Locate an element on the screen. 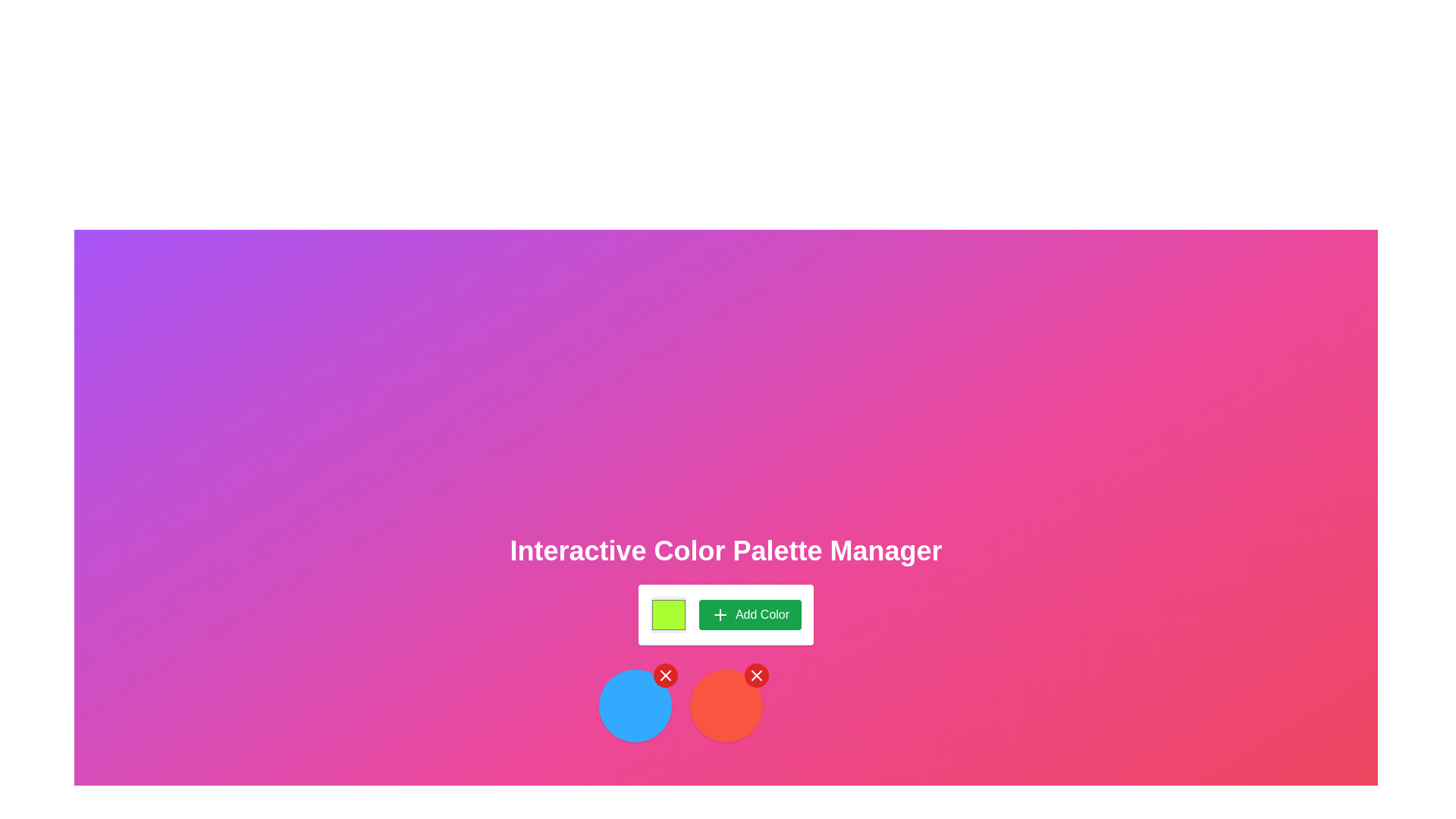 This screenshot has width=1456, height=819. color attribute of the bright red circular UI element with a white 'X' symbol, positioned on a pink gradient background is located at coordinates (725, 705).